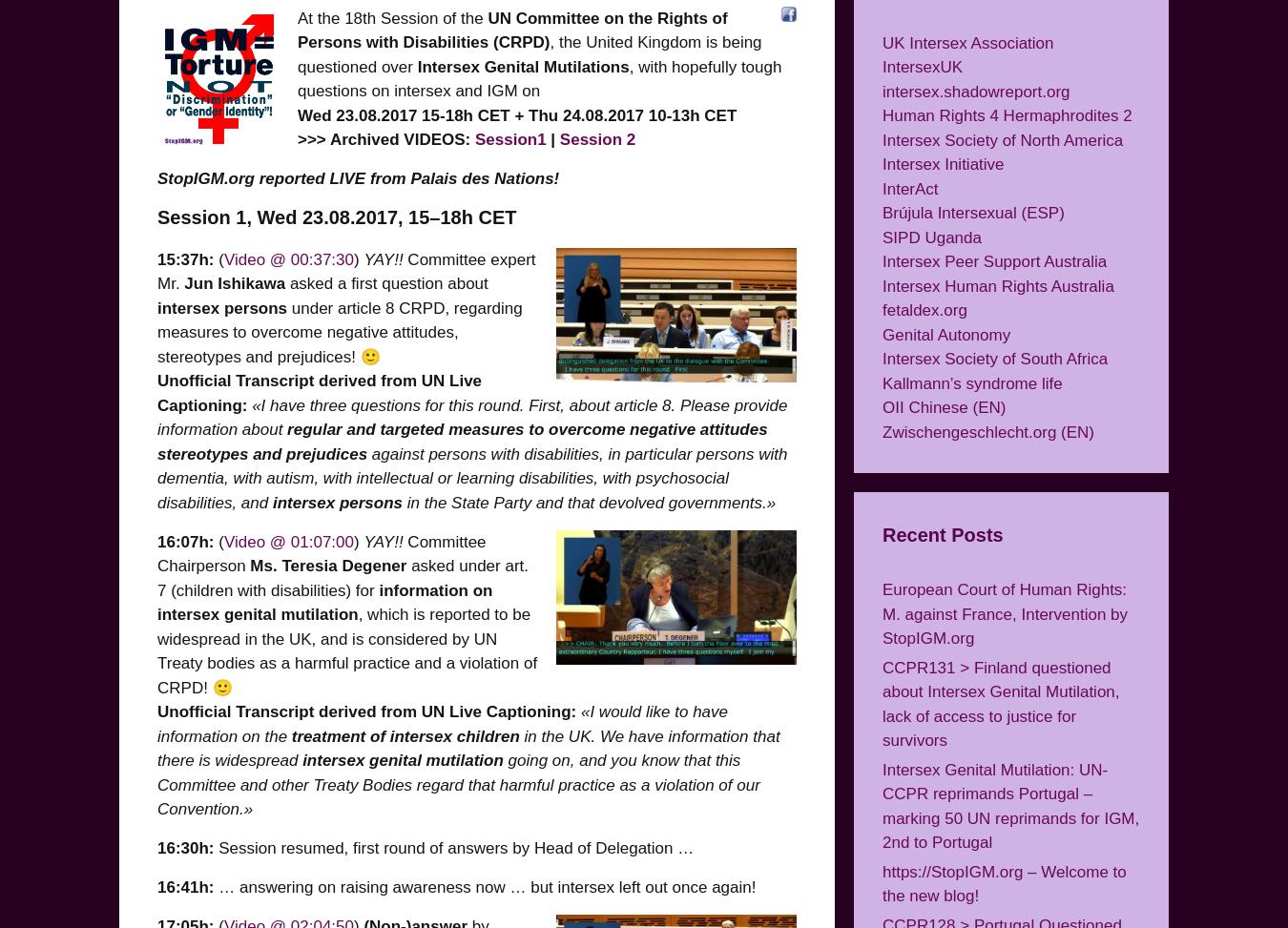  I want to click on 'Brújula Intersexual (ESP)', so click(882, 212).